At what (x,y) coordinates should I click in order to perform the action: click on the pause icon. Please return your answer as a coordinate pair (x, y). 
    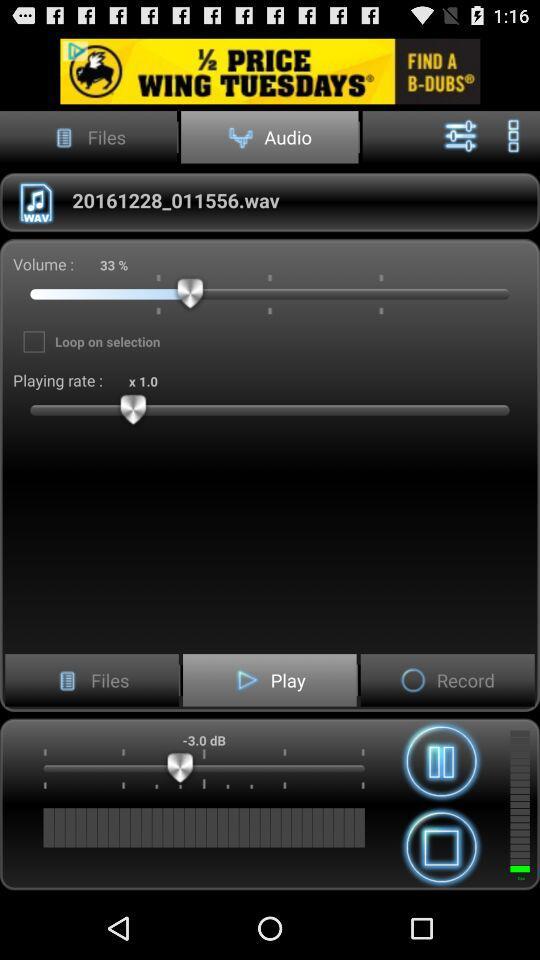
    Looking at the image, I should click on (441, 814).